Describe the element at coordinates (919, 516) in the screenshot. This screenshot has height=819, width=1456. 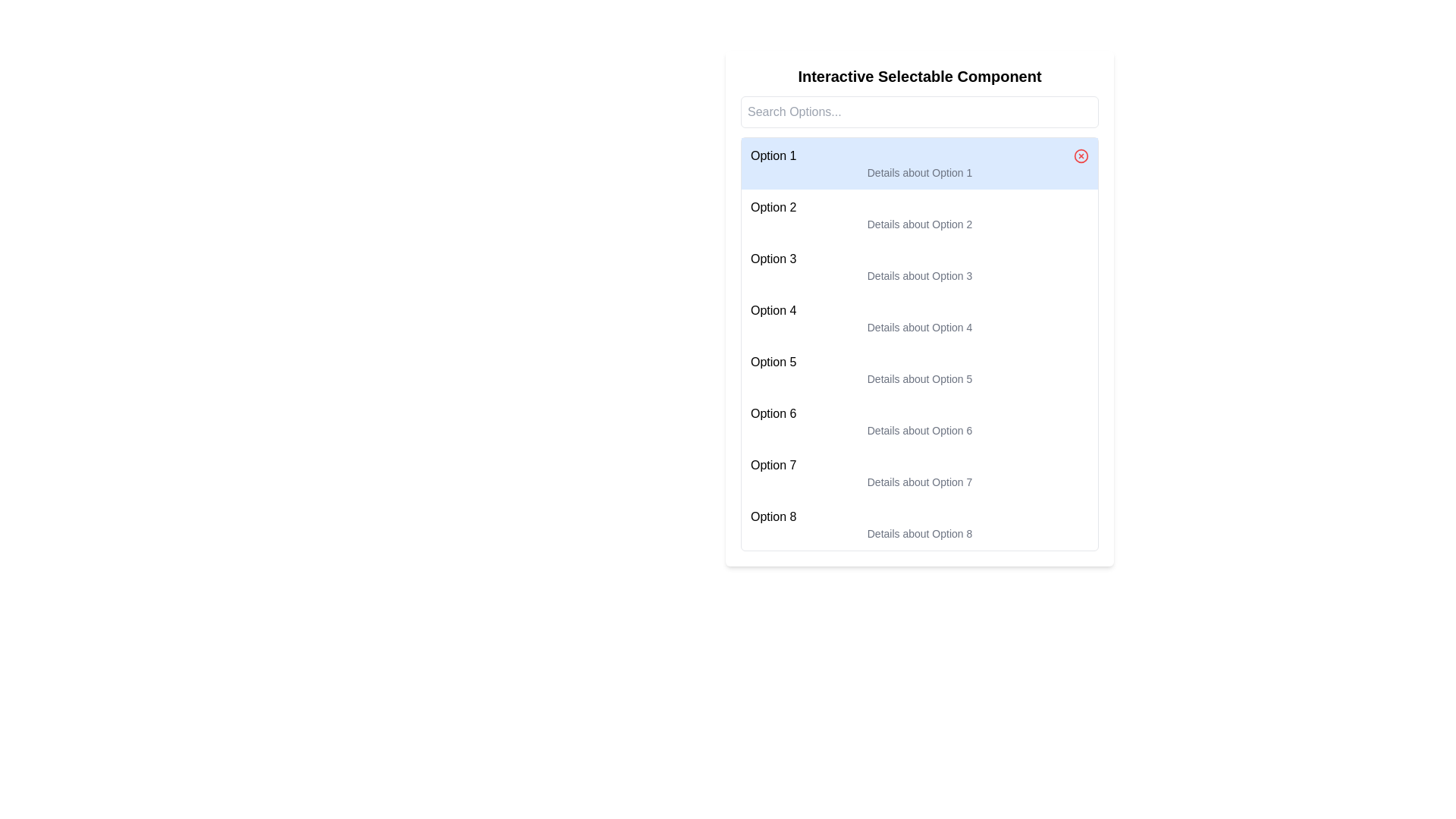
I see `the eighth option in the selectable list by moving the cursor to its text label for navigation purposes` at that location.